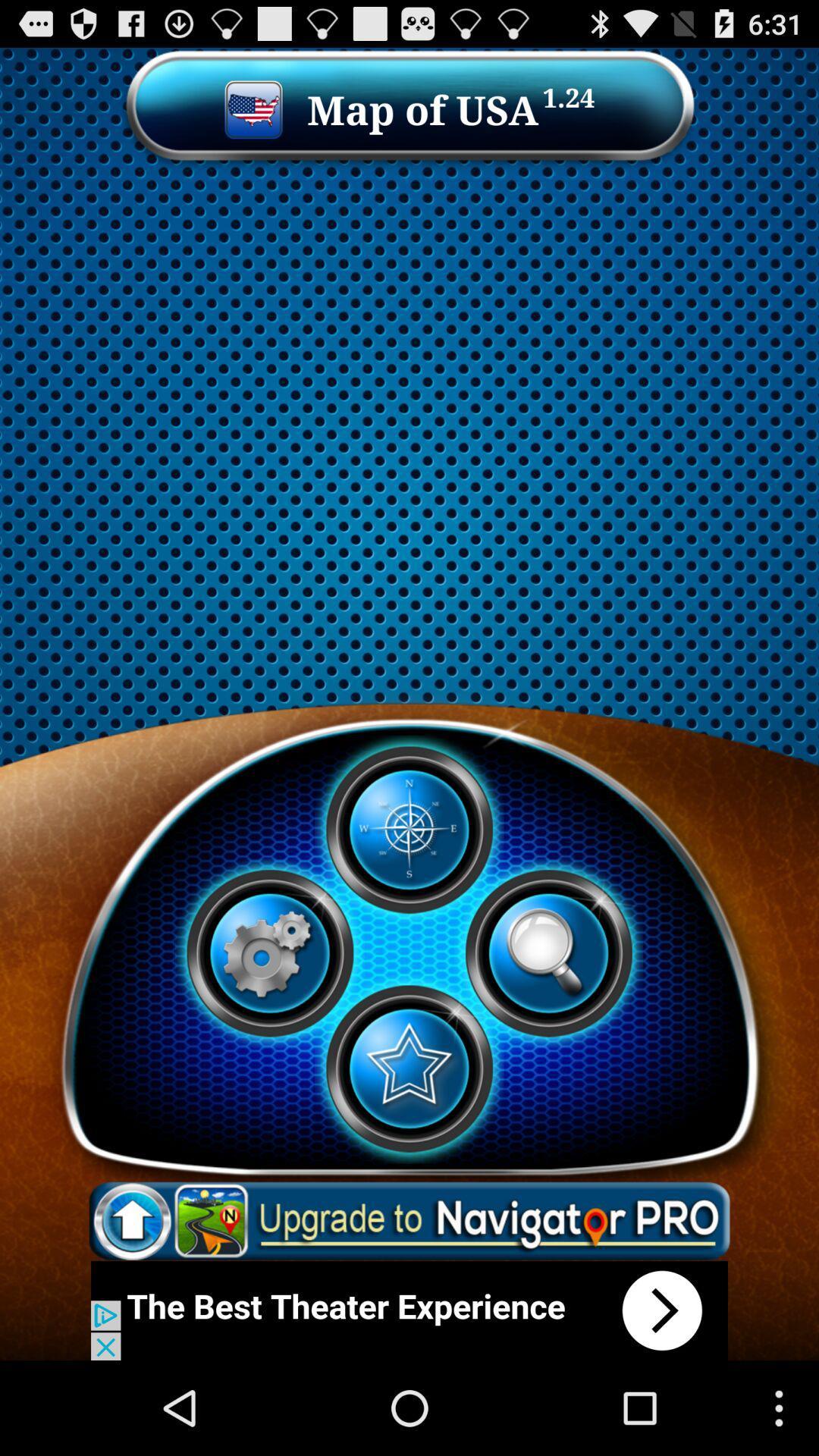  Describe the element at coordinates (548, 952) in the screenshot. I see `search option` at that location.